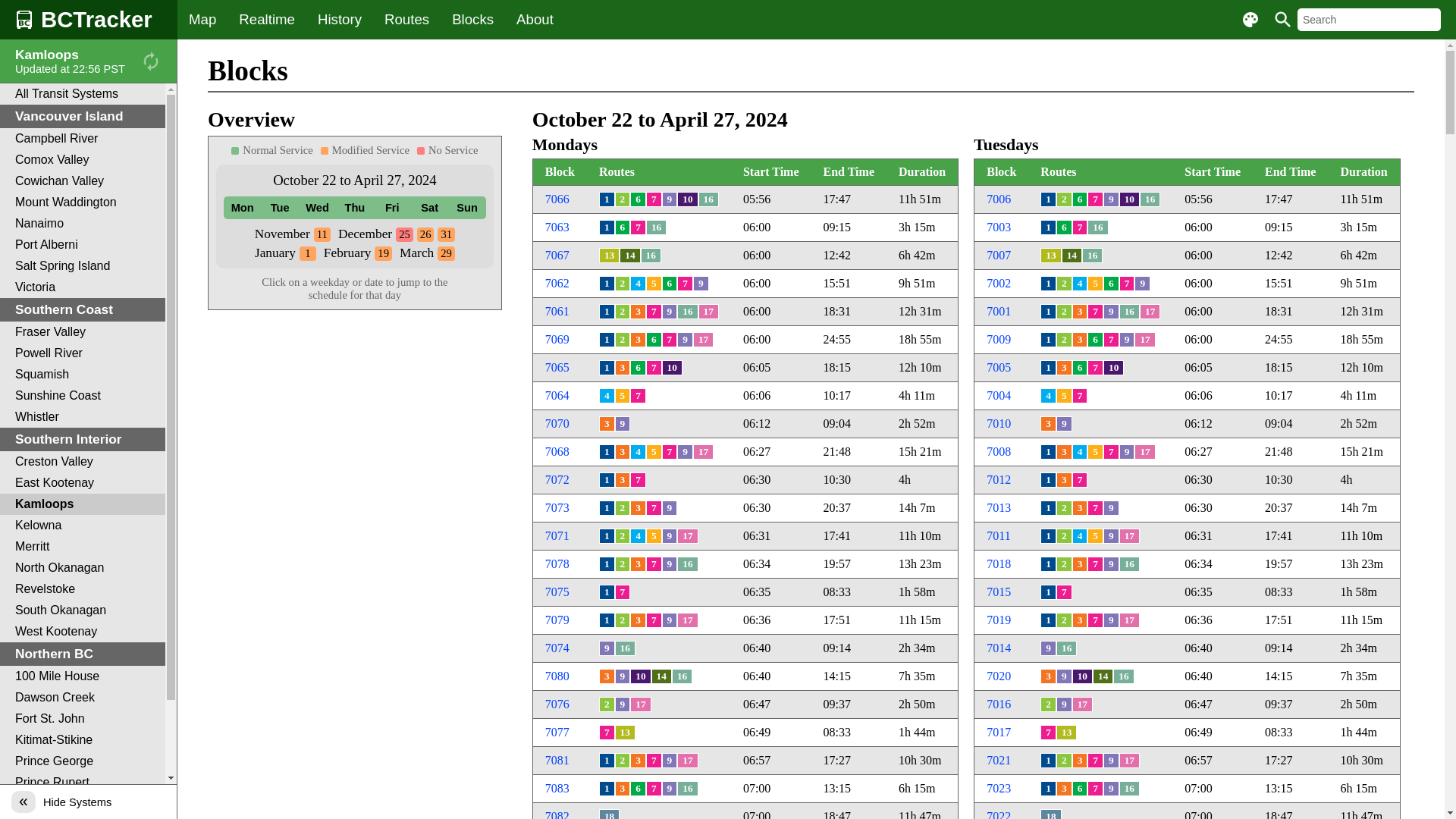  I want to click on '1', so click(607, 760).